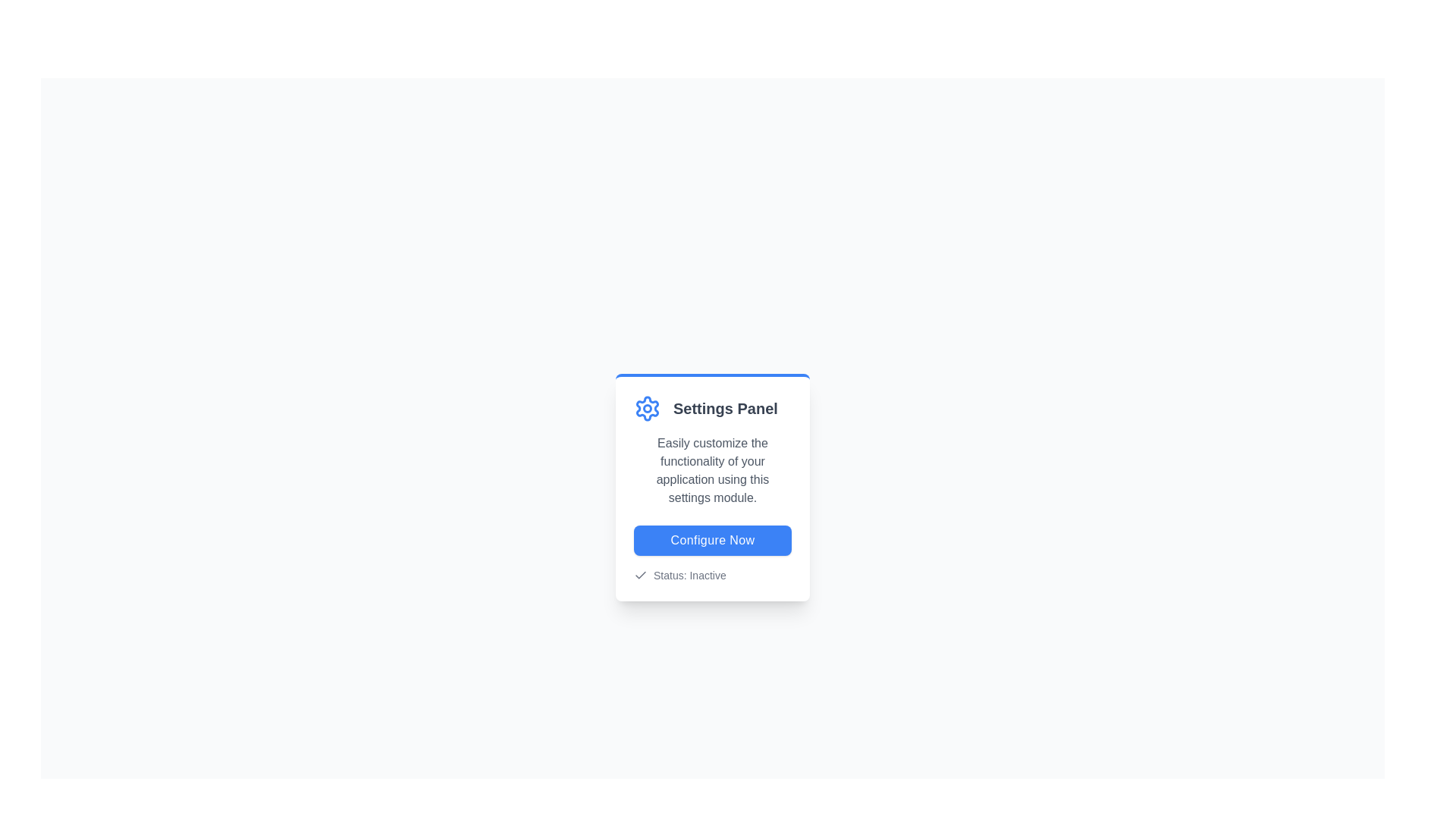  I want to click on the configuration button located in the center of the 'Settings Panel' card, positioned above the status text, so click(712, 540).